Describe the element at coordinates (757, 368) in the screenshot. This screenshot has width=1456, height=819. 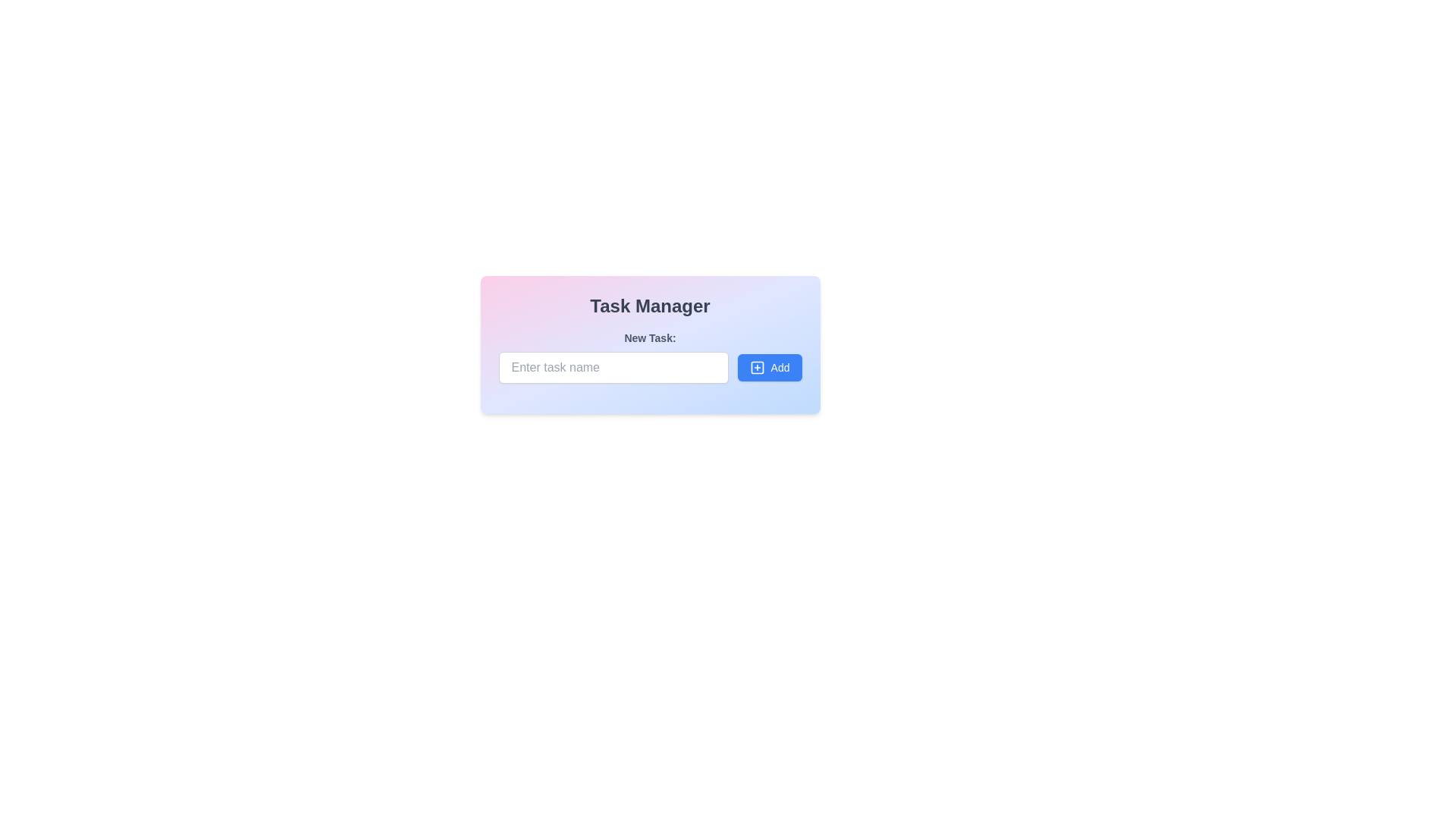
I see `the icon located inside the 'Add' button in the task manager interface` at that location.